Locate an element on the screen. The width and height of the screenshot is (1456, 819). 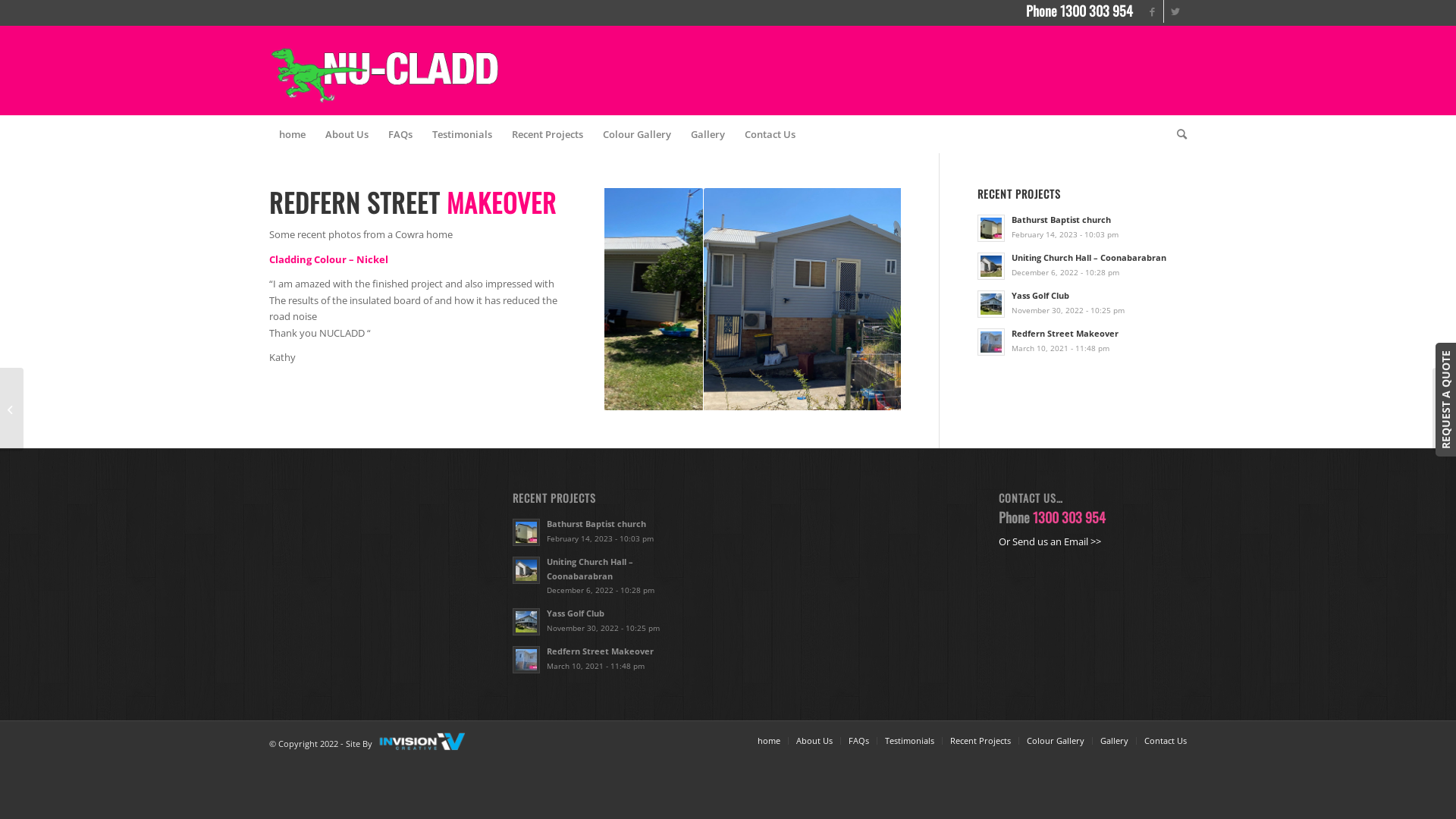
'Facebook' is located at coordinates (1152, 11).